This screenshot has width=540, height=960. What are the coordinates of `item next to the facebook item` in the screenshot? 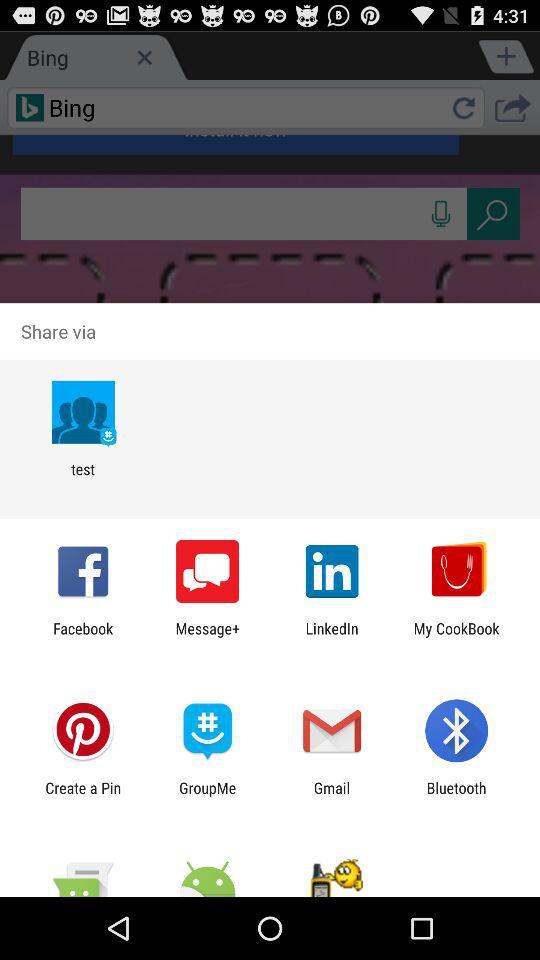 It's located at (206, 636).